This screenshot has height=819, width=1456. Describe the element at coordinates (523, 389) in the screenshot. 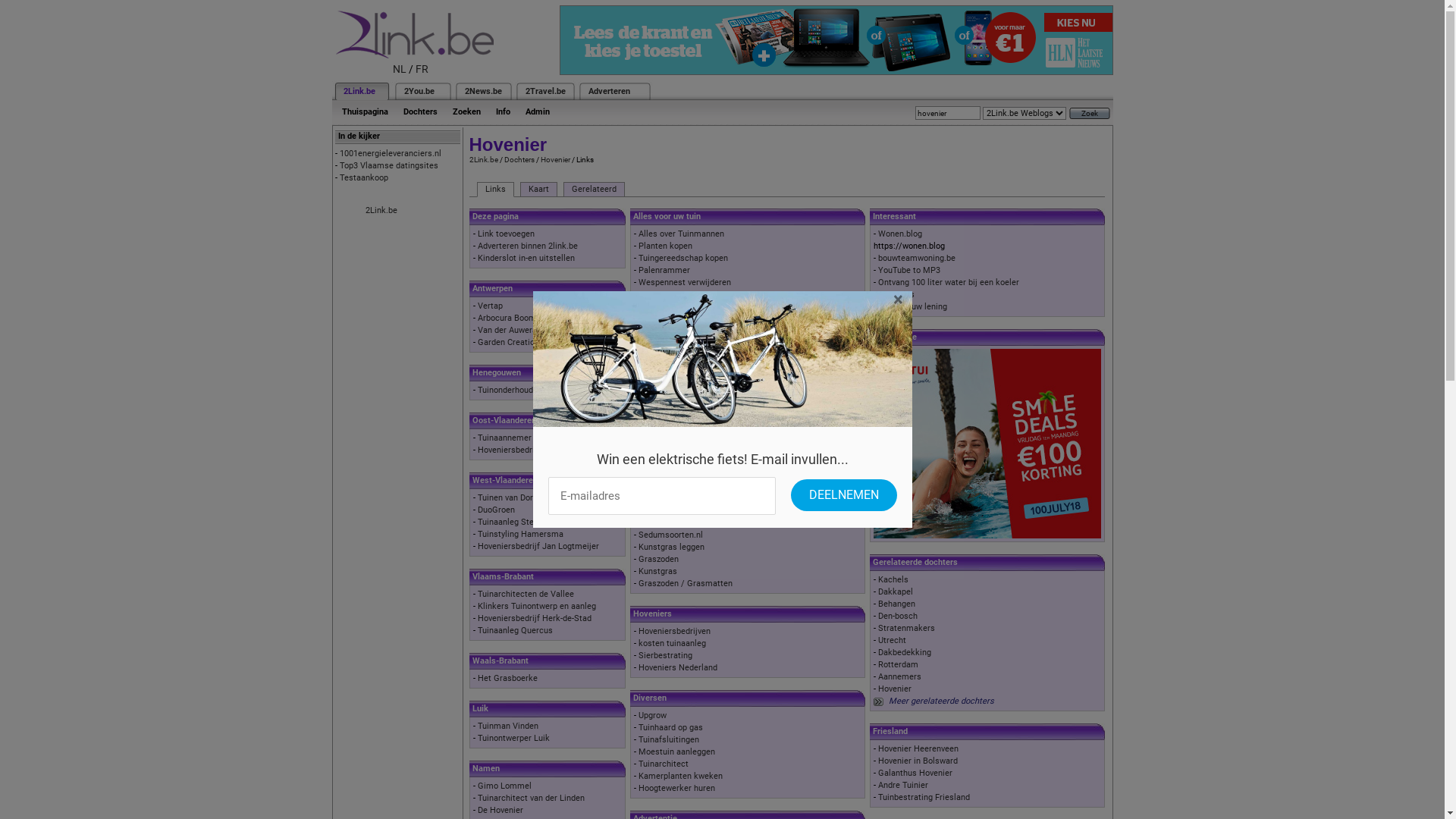

I see `'Tuinonderhoud Charleroi'` at that location.